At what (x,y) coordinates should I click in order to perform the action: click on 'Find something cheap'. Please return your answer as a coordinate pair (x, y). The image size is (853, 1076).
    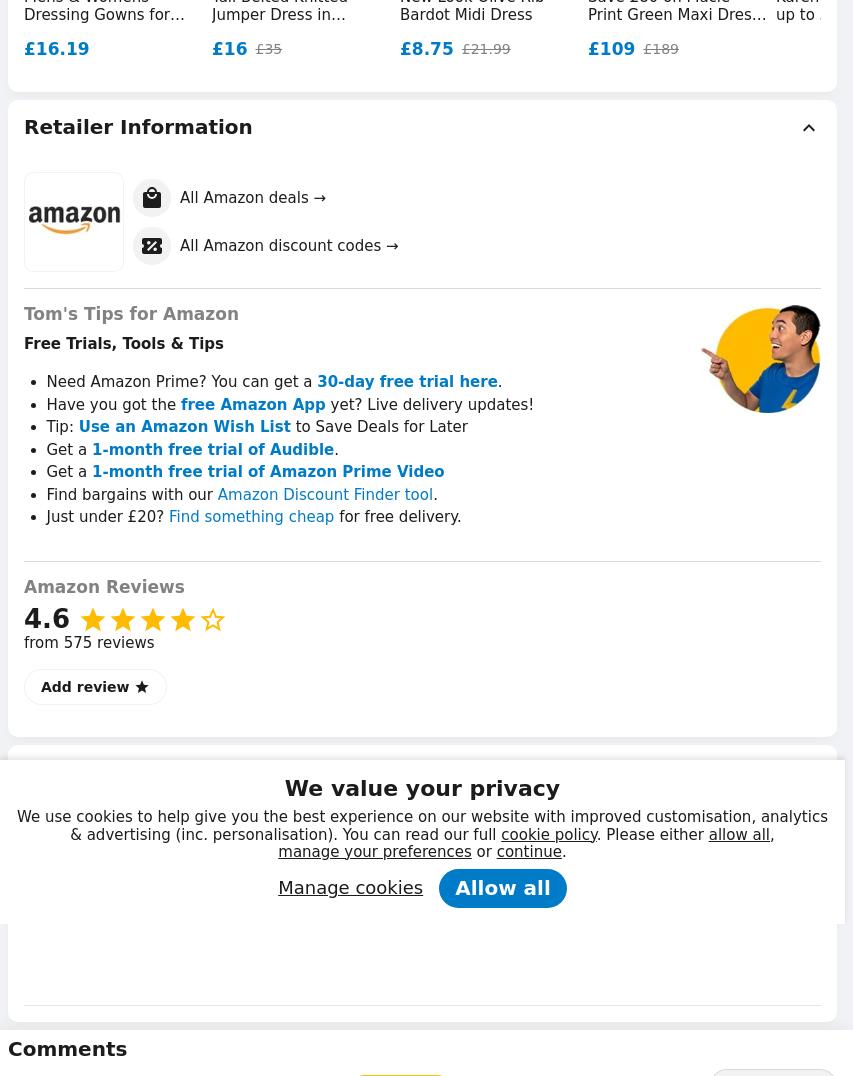
    Looking at the image, I should click on (251, 517).